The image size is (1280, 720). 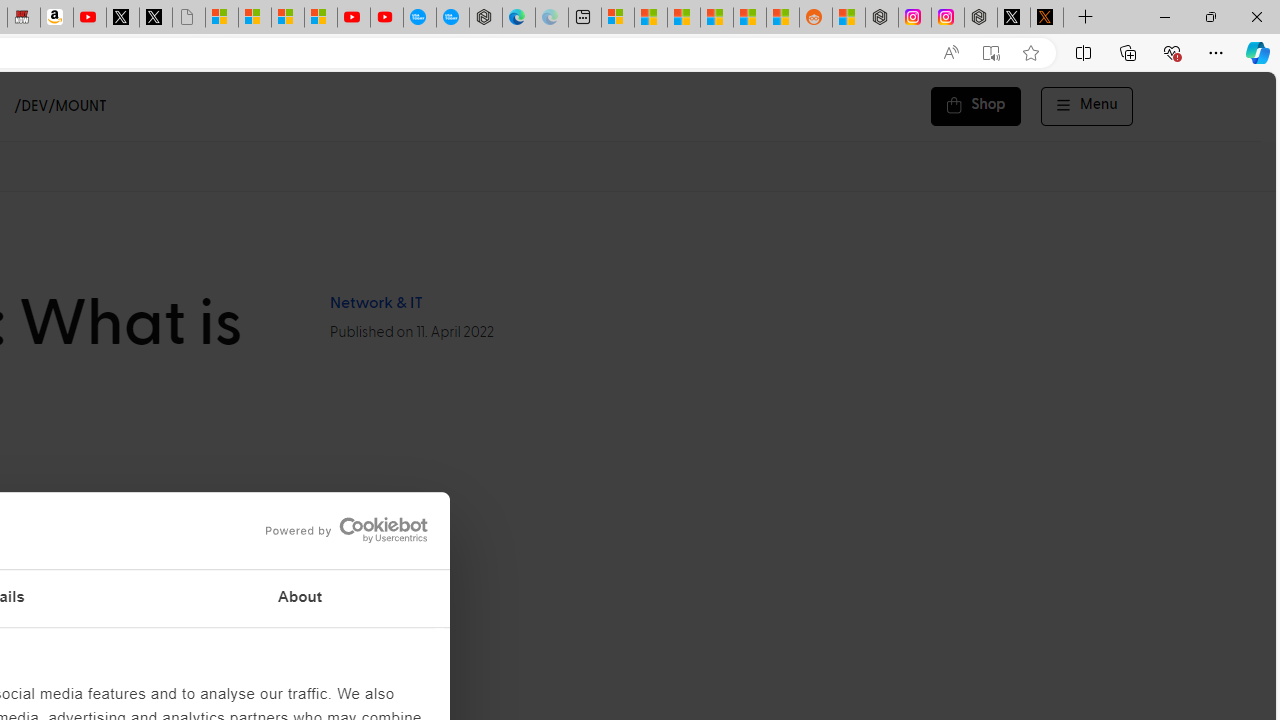 I want to click on 'logo - opens in a new window', so click(x=339, y=529).